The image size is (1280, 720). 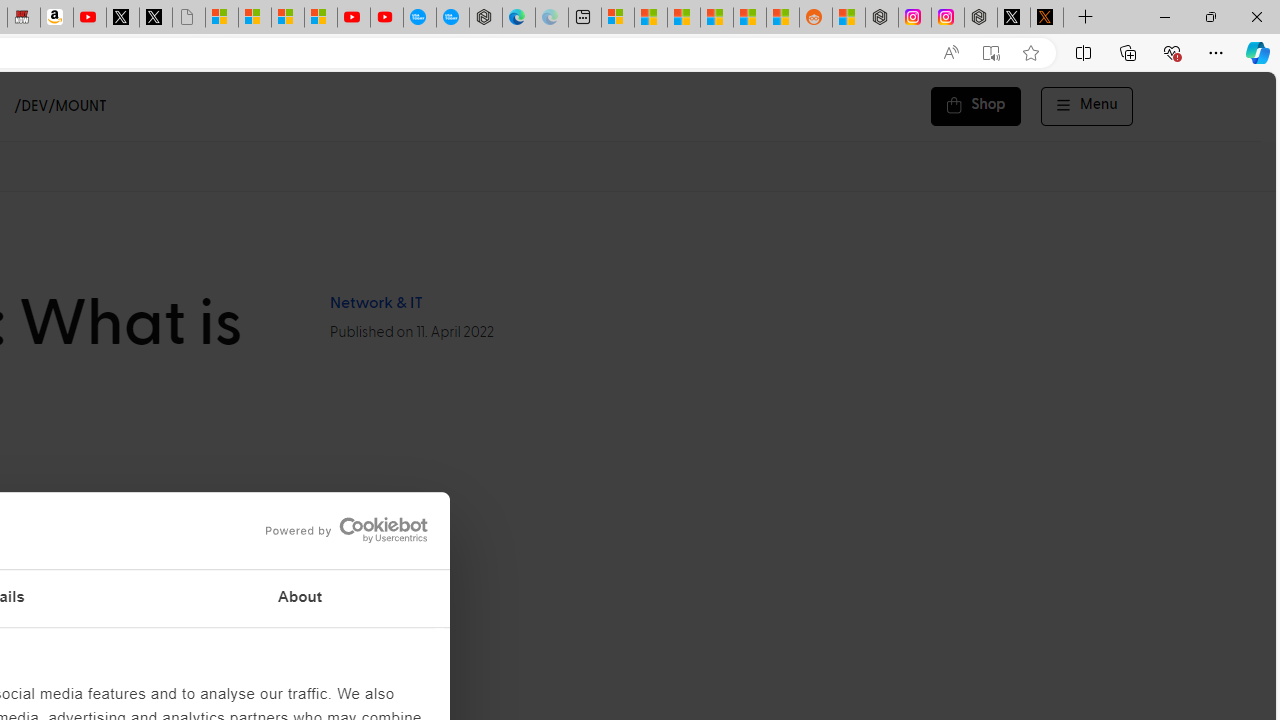 I want to click on 'logo - opens in a new window', so click(x=339, y=529).